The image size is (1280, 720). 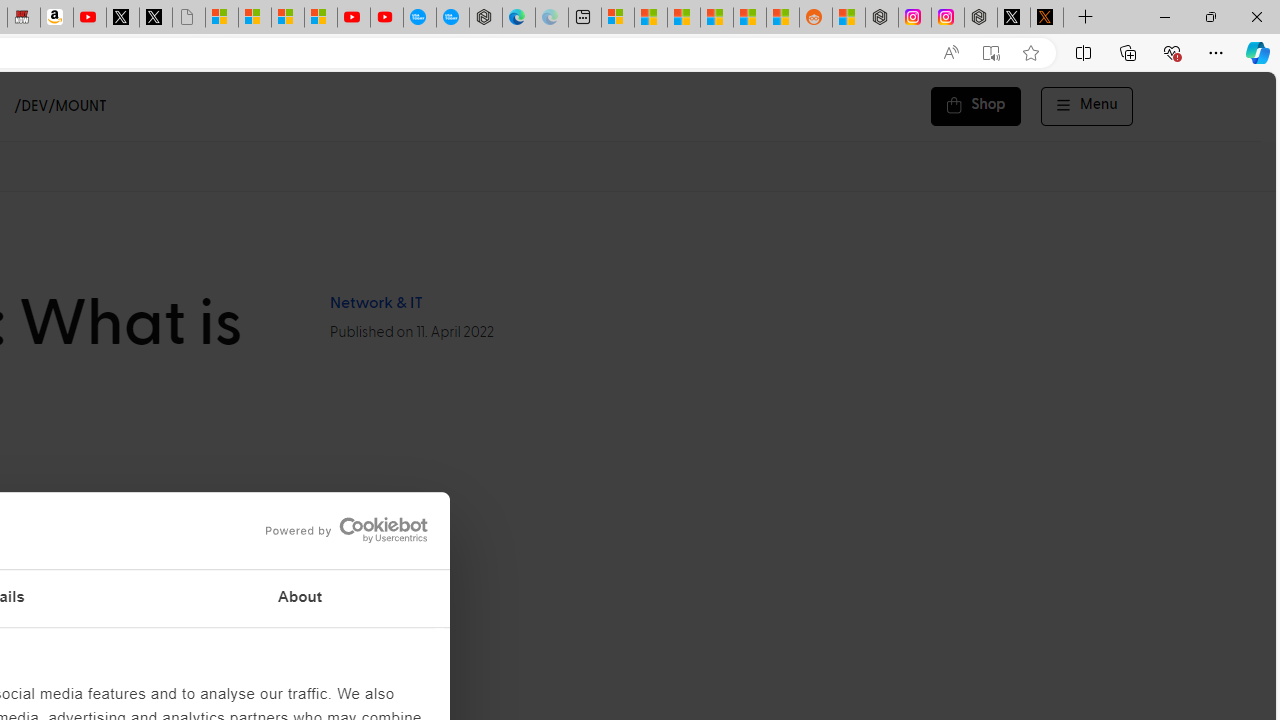 I want to click on 'logo - opens in a new window', so click(x=339, y=529).